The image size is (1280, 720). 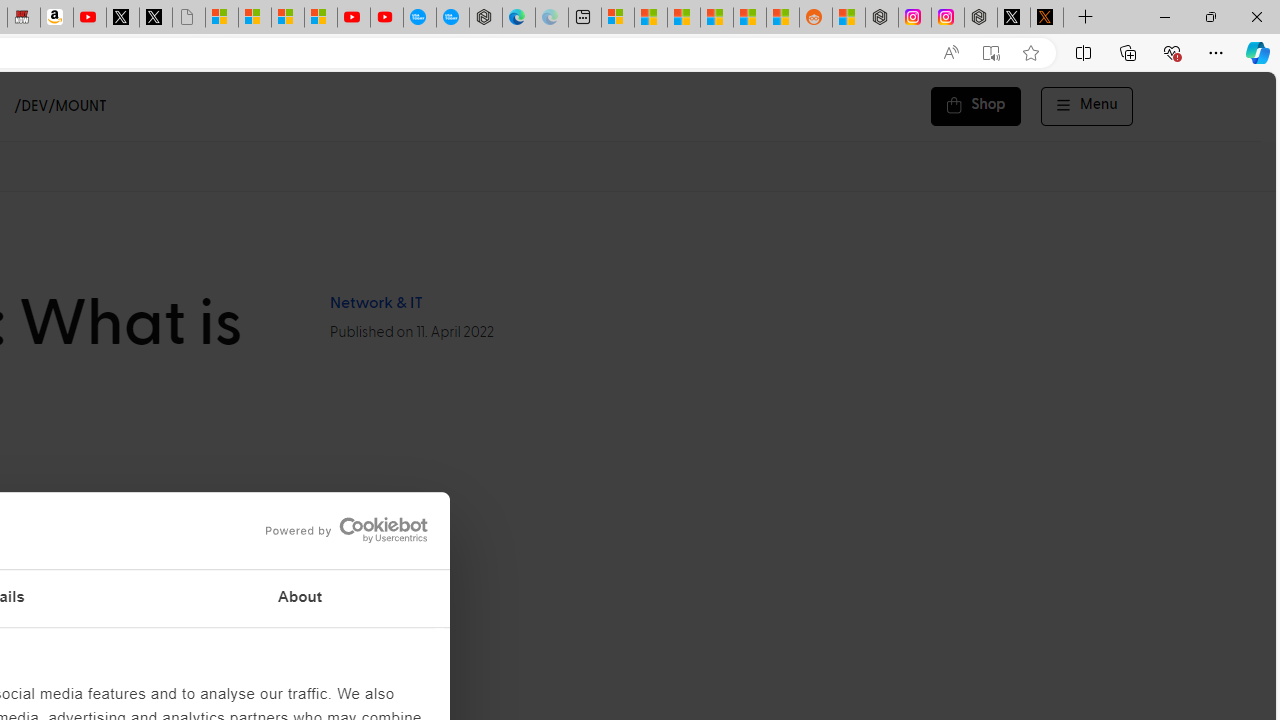 I want to click on 'logo - opens in a new window', so click(x=339, y=529).